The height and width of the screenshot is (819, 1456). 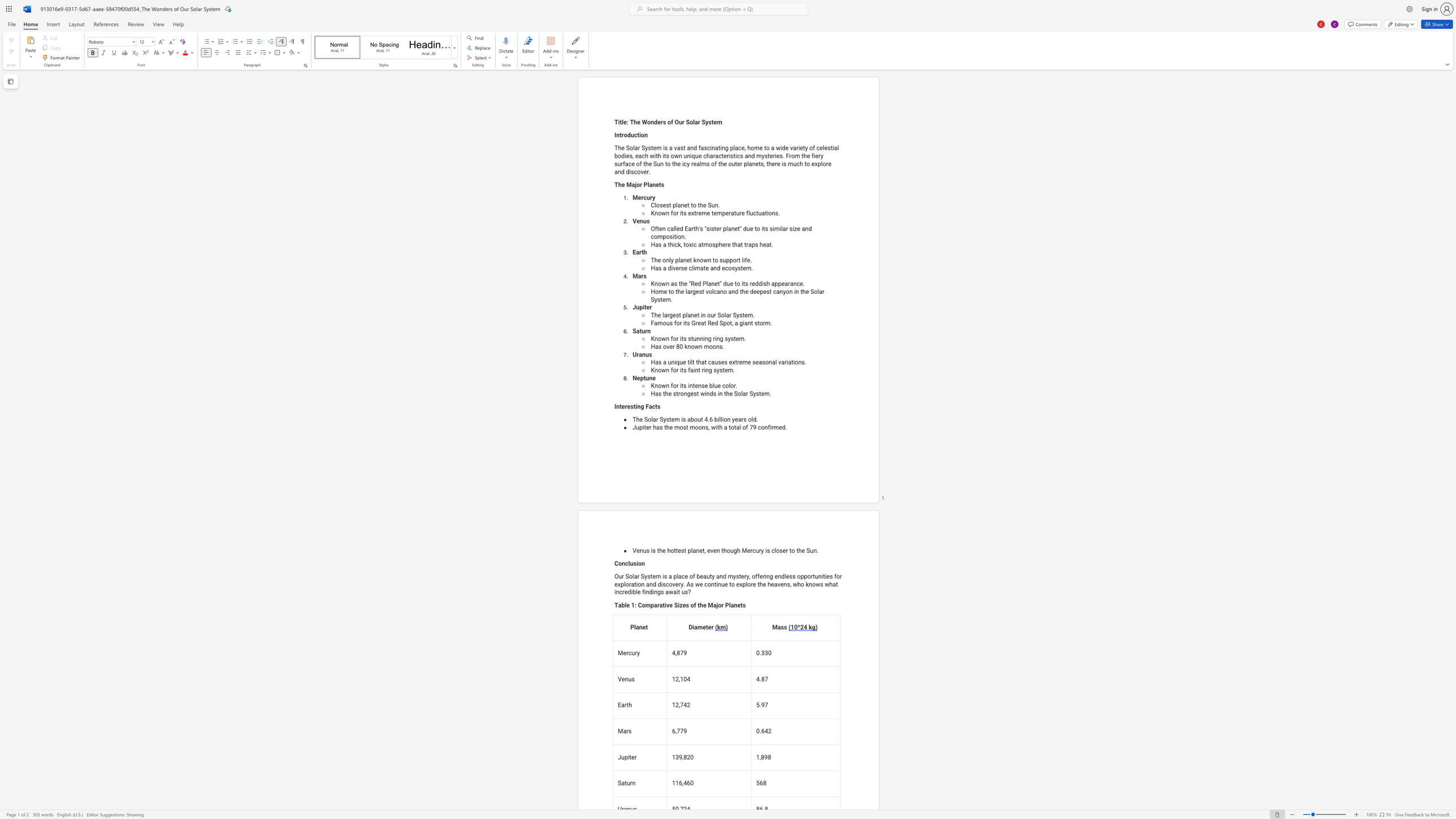 I want to click on the subset text "net in our Sola" within the text "The largest planet in our Solar System.", so click(x=691, y=315).